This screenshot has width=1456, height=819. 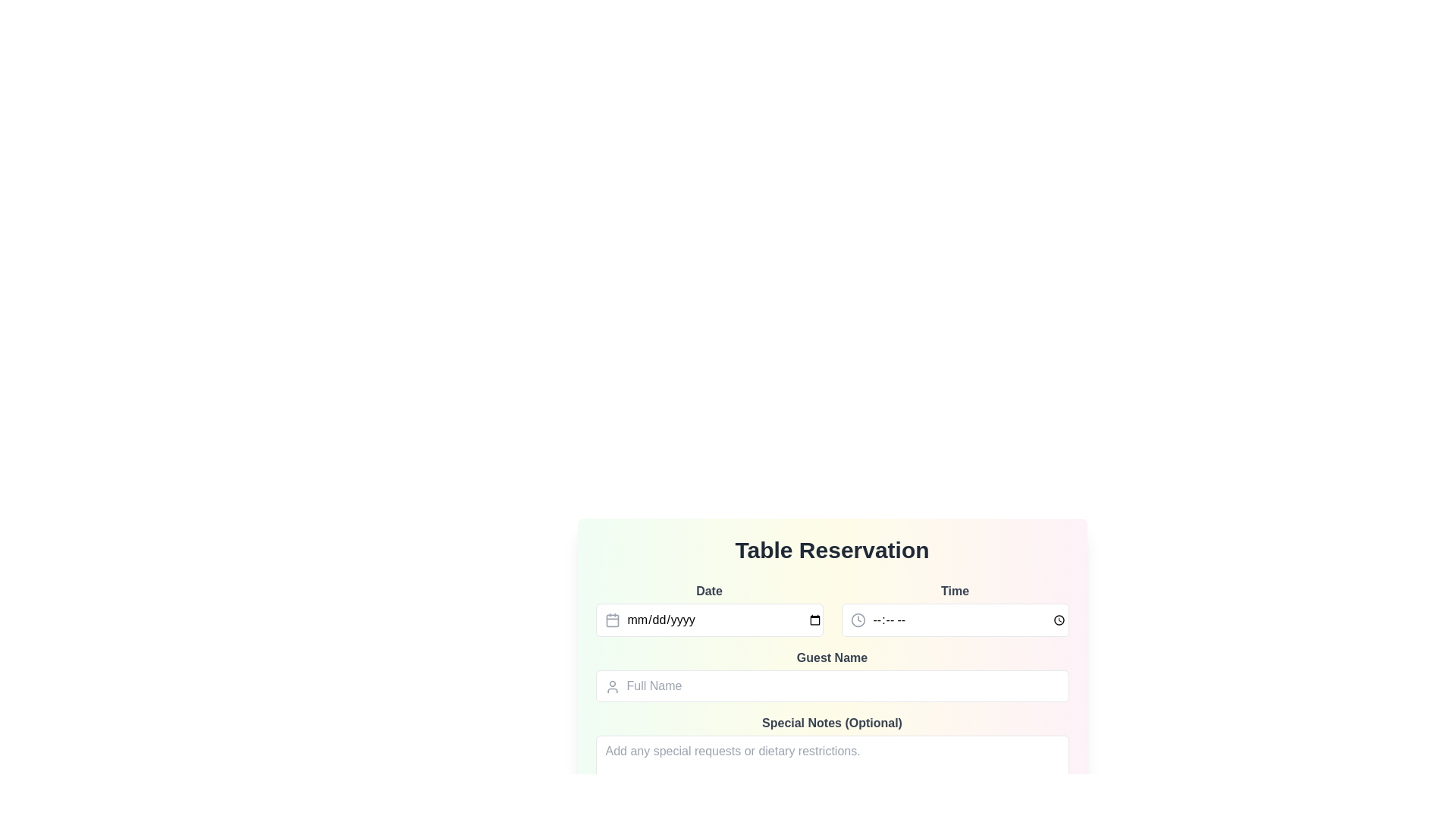 I want to click on the text input field for optional information such as special requests or dietary restrictions, which is located below the 'Guest Name' section and above the 'Reserve Now' button, so click(x=831, y=752).